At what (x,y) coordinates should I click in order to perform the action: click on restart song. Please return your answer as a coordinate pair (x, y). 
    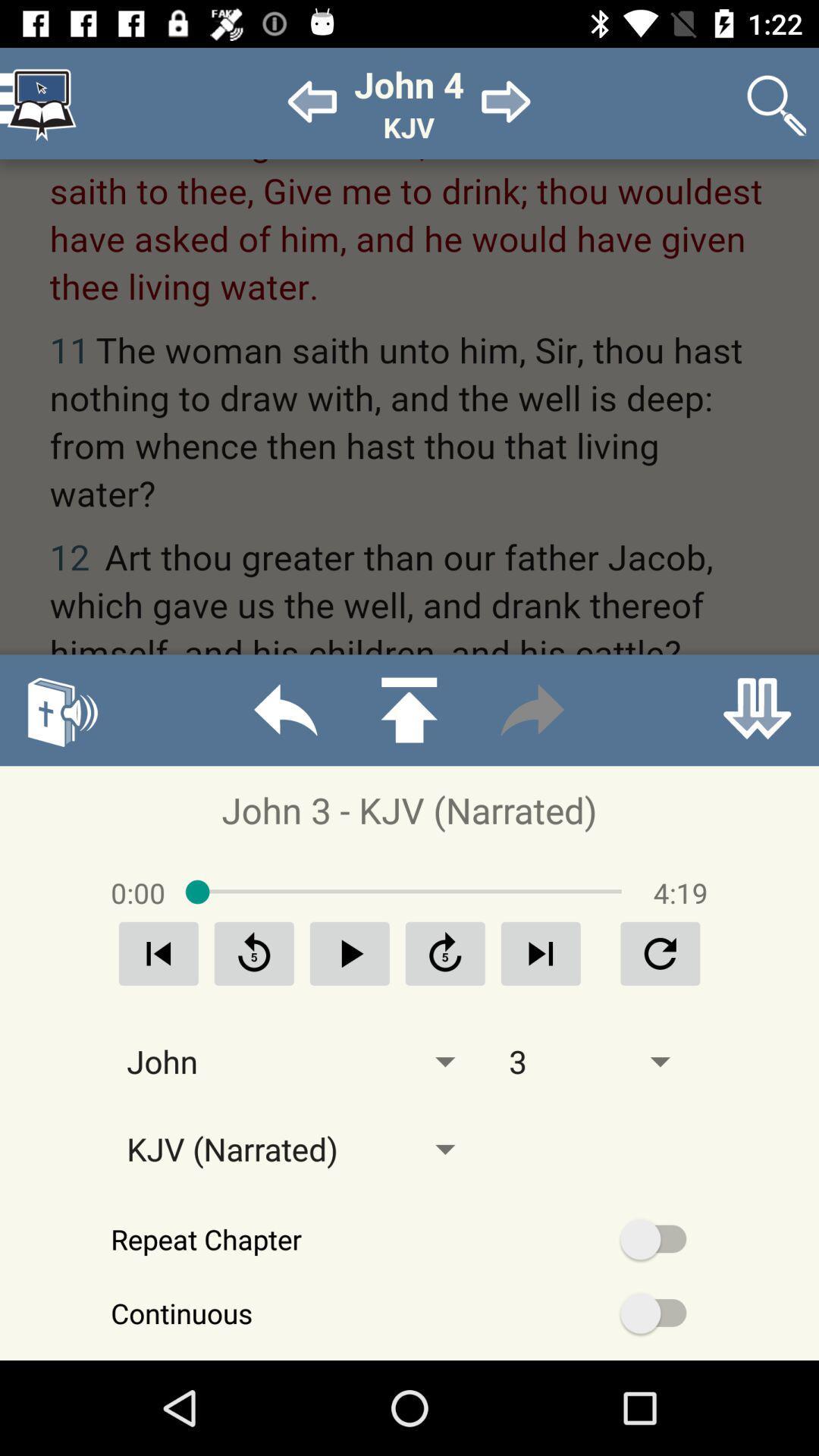
    Looking at the image, I should click on (158, 952).